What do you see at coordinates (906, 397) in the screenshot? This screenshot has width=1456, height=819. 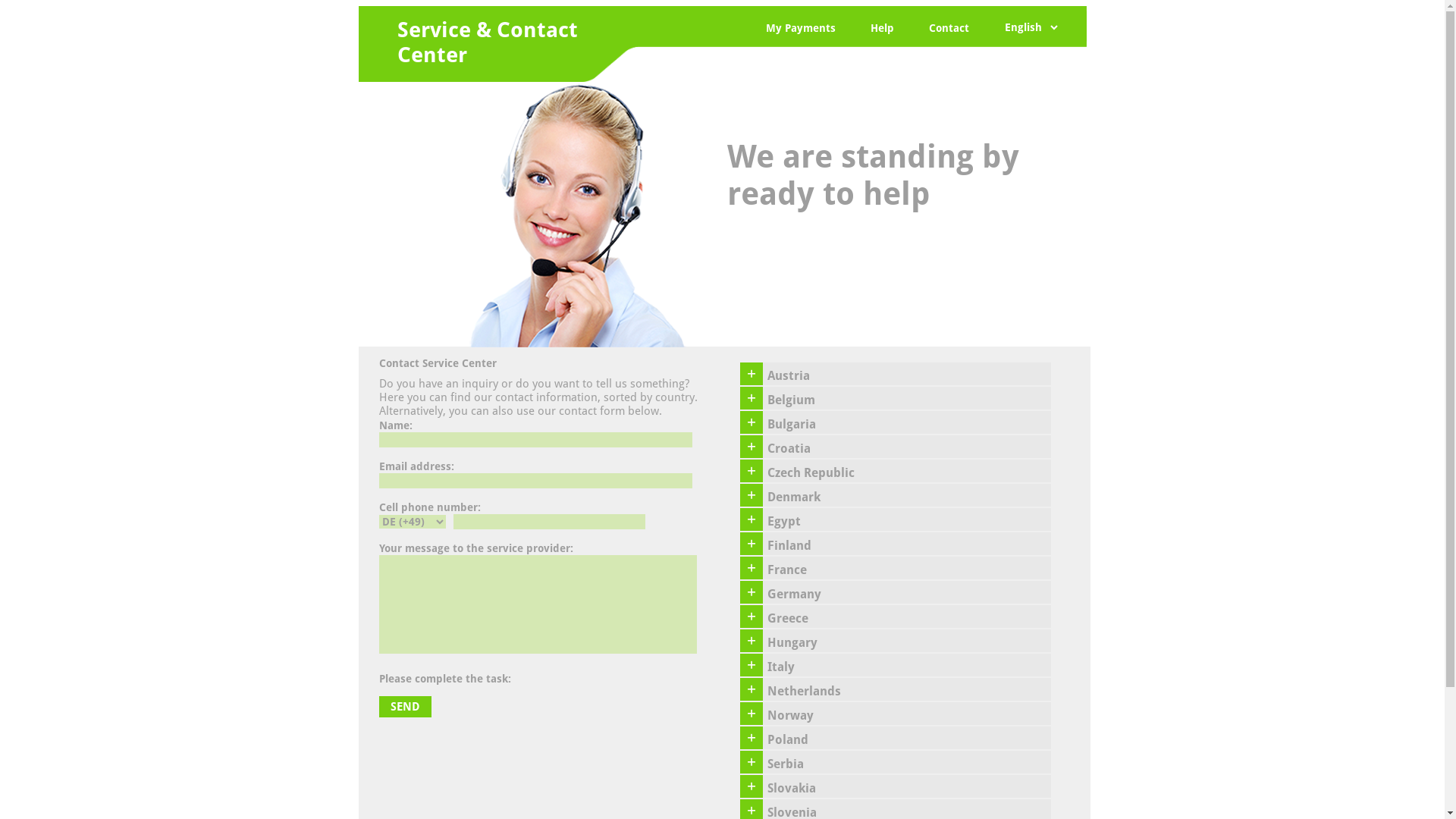 I see `'Belgium'` at bounding box center [906, 397].